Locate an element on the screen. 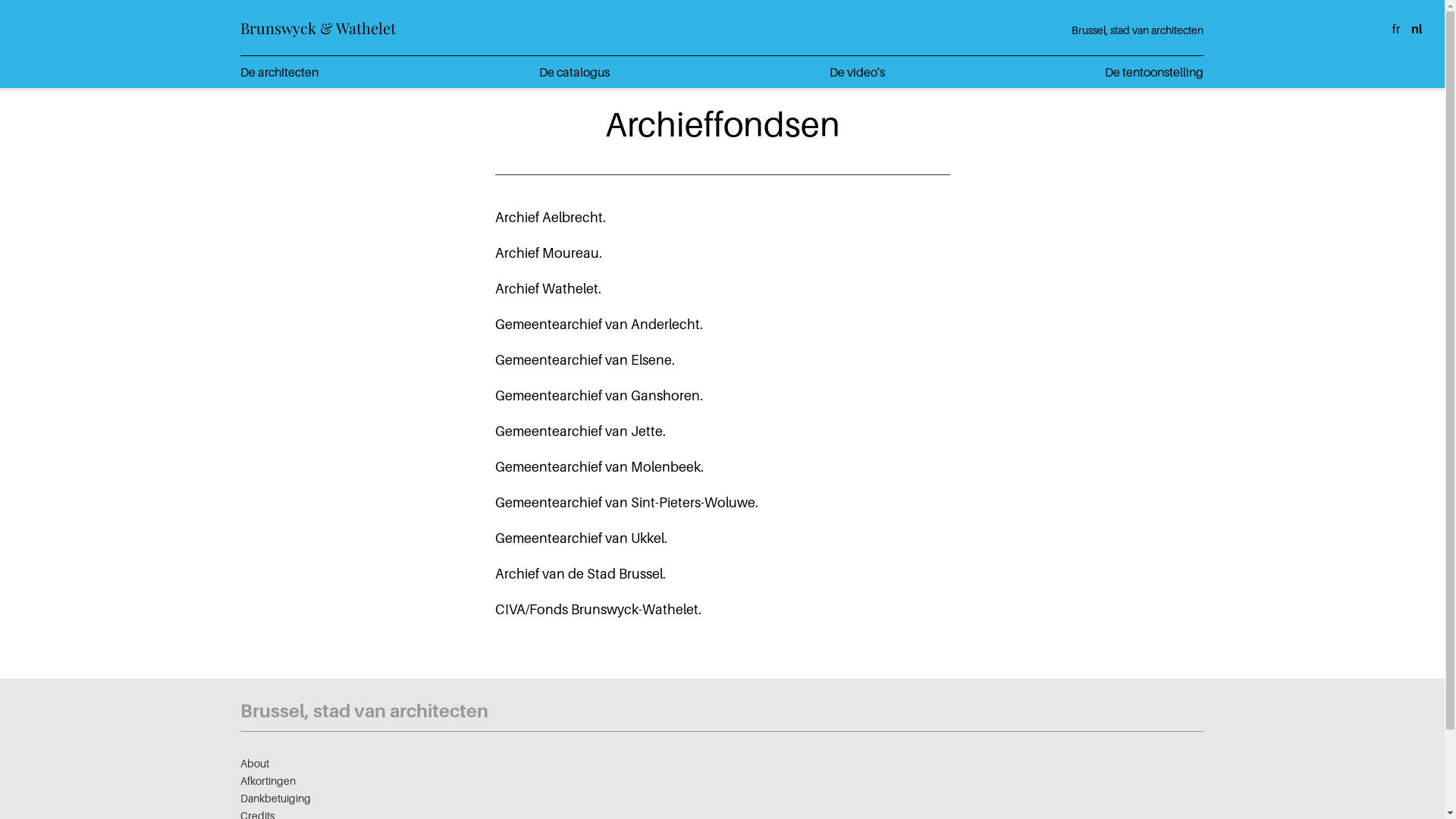  'Brussel, stad van architecten' is located at coordinates (239, 711).